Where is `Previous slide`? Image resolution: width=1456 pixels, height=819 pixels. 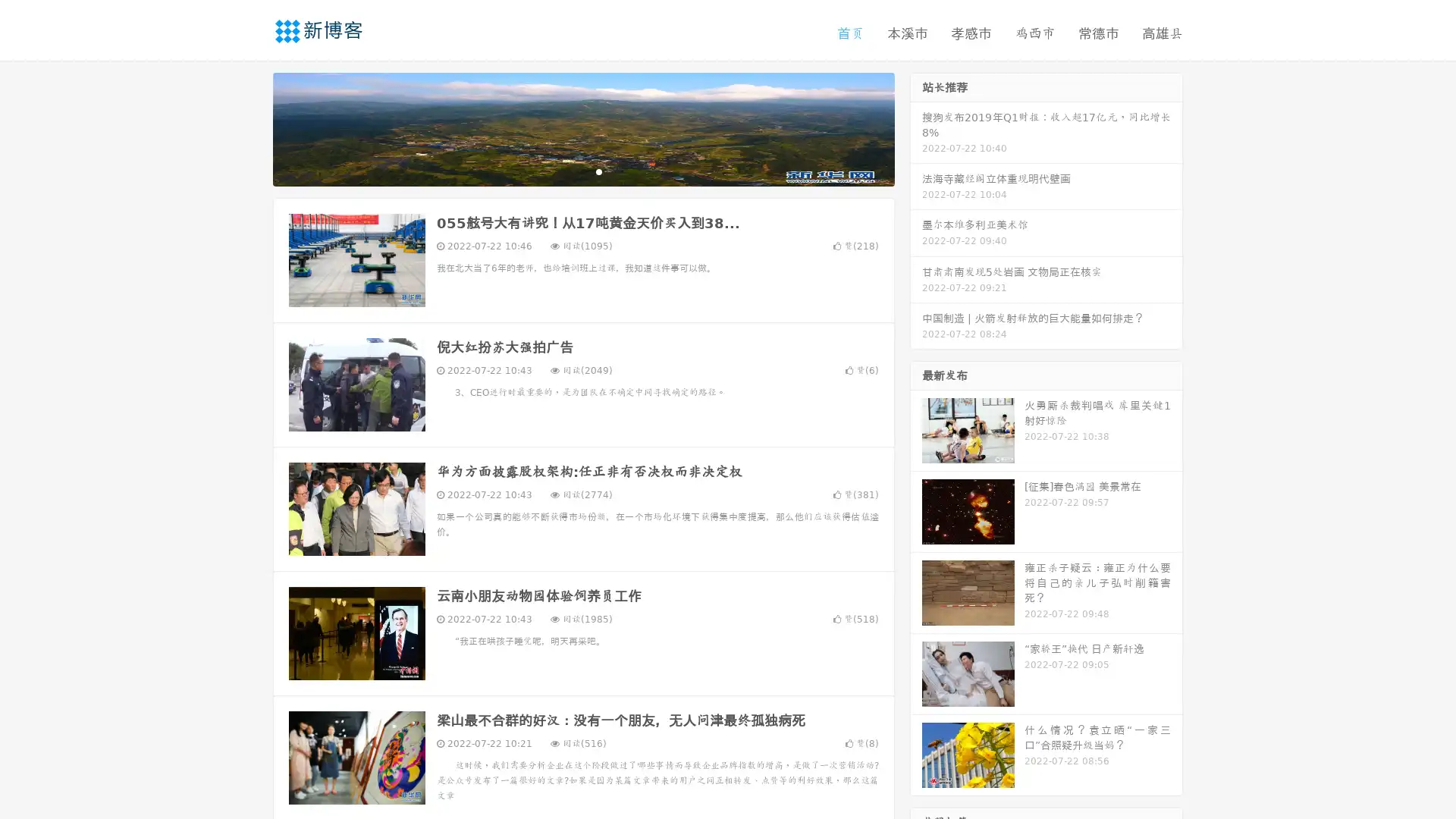
Previous slide is located at coordinates (250, 127).